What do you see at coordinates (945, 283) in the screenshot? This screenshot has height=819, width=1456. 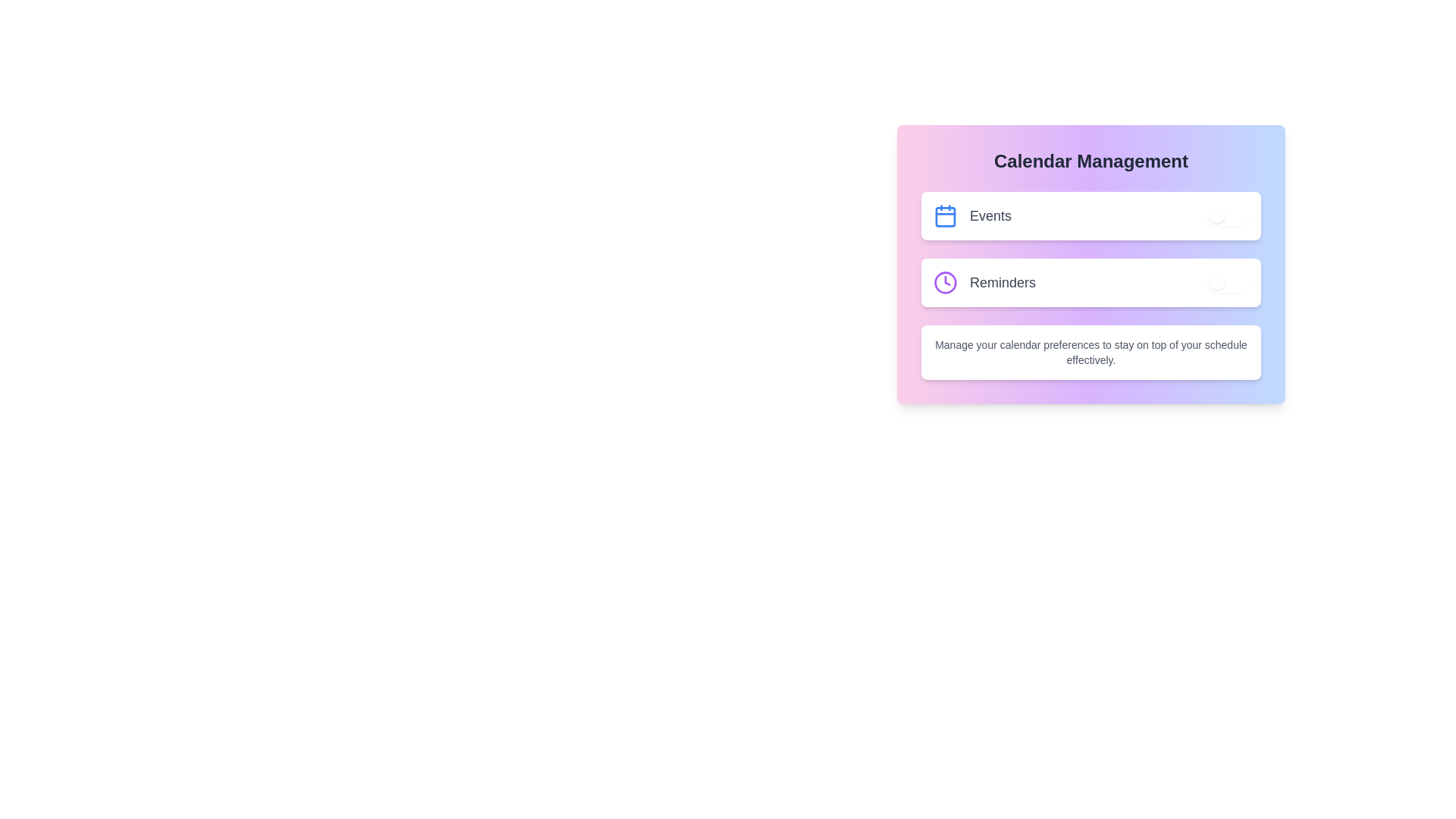 I see `the 'Clock' icon to focus on the reminders setting` at bounding box center [945, 283].